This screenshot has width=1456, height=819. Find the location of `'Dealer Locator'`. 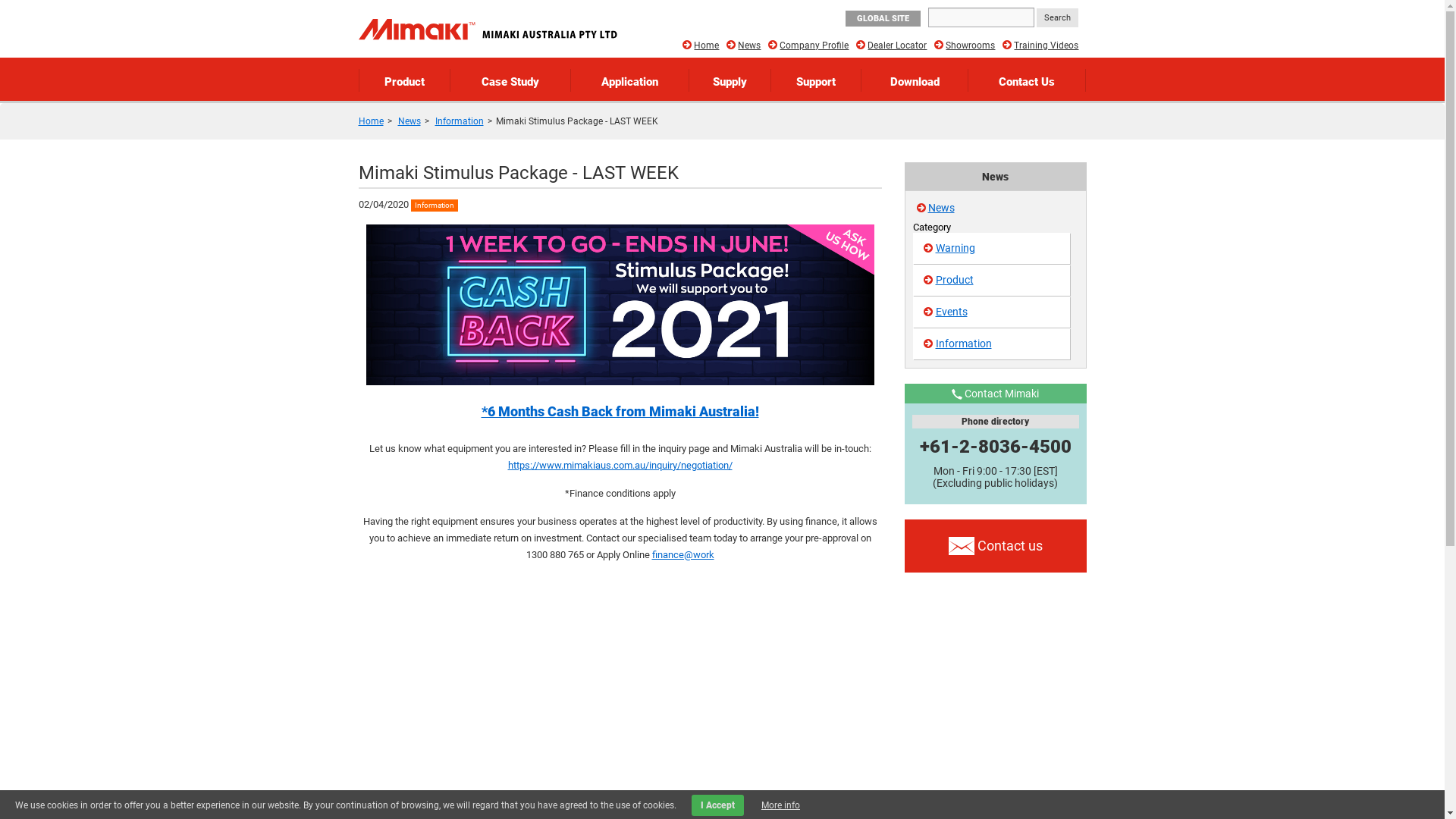

'Dealer Locator' is located at coordinates (896, 45).